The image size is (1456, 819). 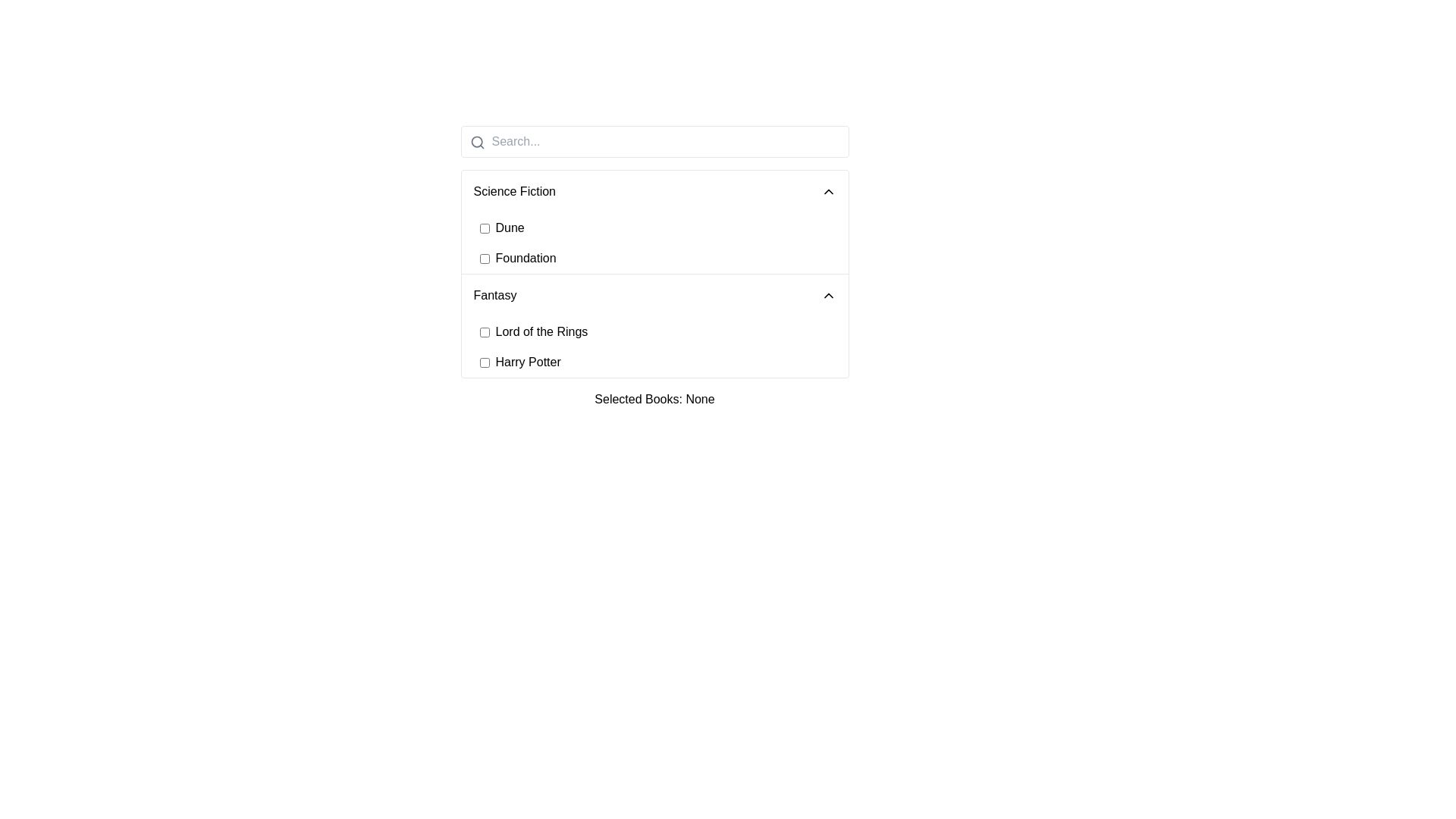 What do you see at coordinates (654, 399) in the screenshot?
I see `the text label that displays 'Selected Books: None', which is located at the bottom of the book genres section and is centered horizontally` at bounding box center [654, 399].